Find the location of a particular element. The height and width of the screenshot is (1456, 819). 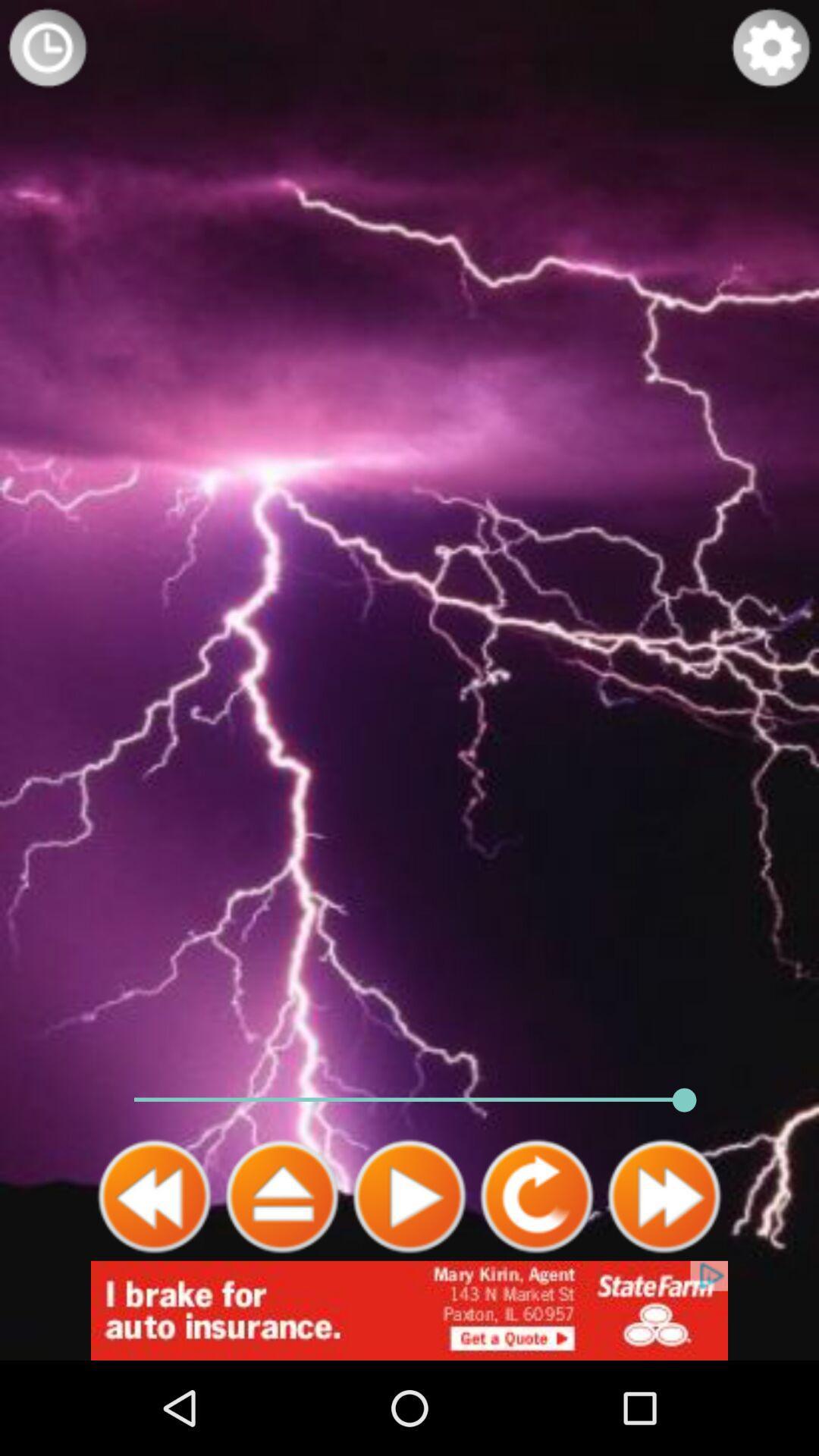

the av_forward icon is located at coordinates (663, 1280).